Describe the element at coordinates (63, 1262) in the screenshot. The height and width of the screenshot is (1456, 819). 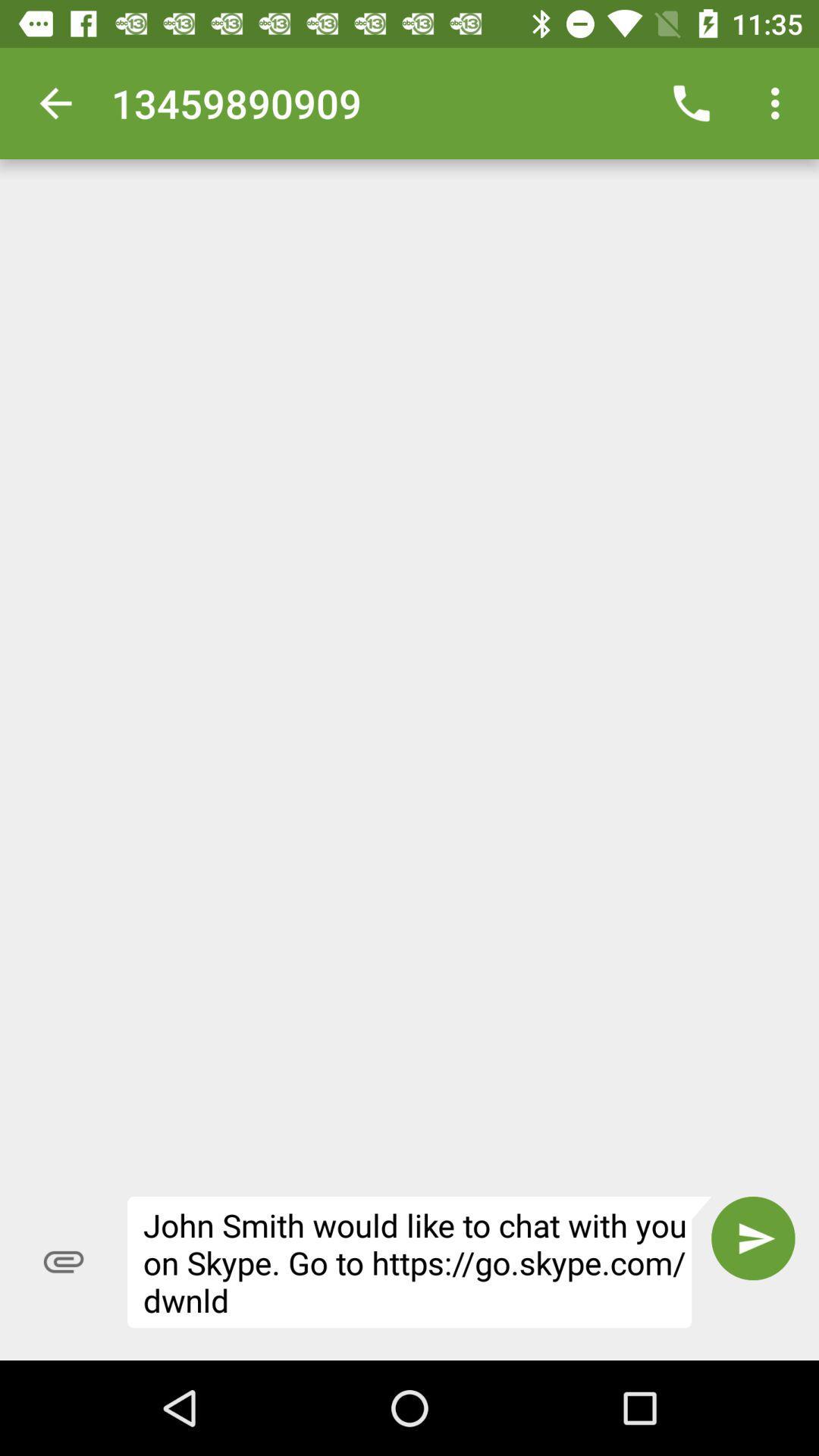
I see `the attach_file icon` at that location.